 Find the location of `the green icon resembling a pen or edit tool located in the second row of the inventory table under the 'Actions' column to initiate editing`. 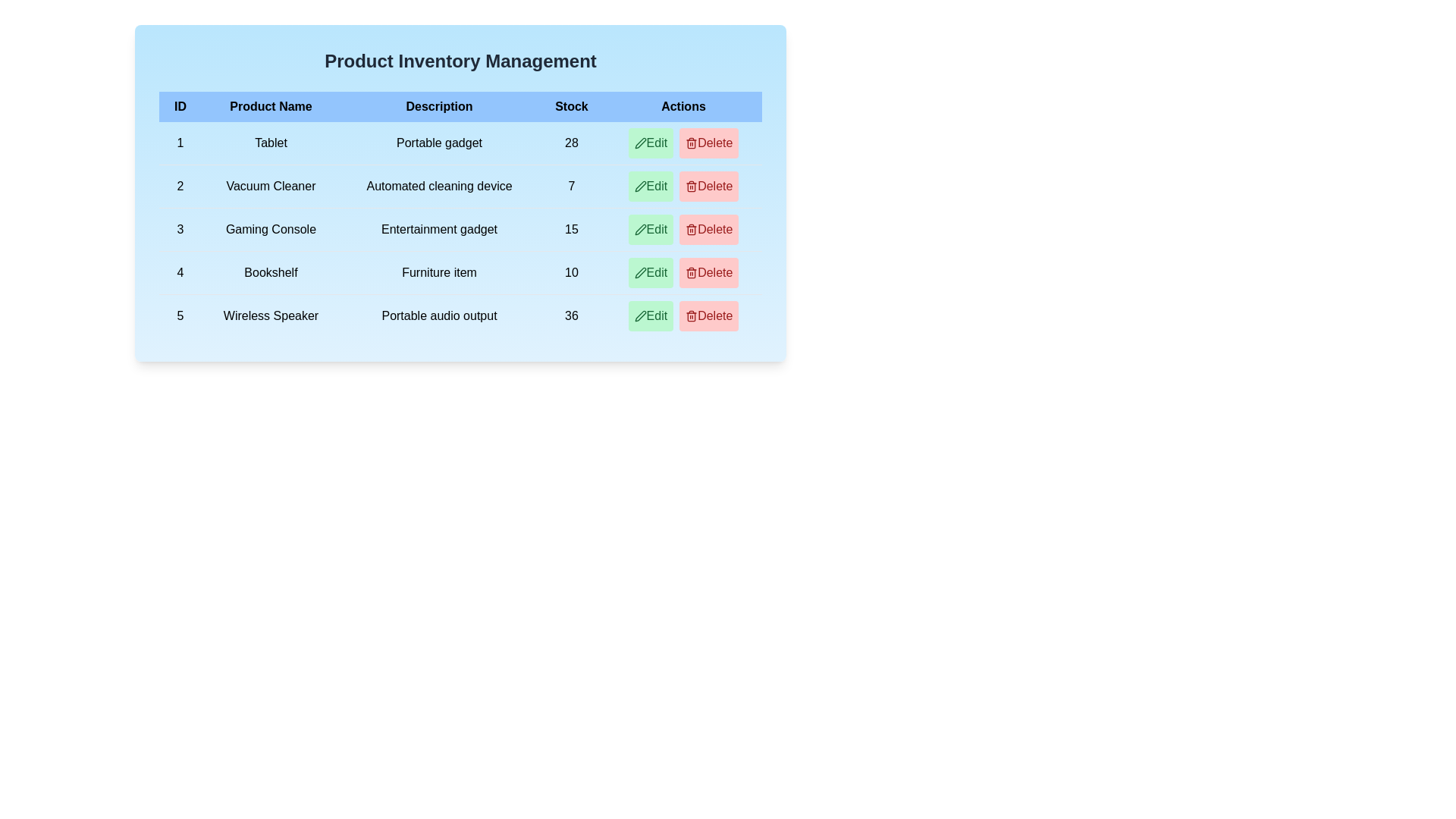

the green icon resembling a pen or edit tool located in the second row of the inventory table under the 'Actions' column to initiate editing is located at coordinates (640, 186).